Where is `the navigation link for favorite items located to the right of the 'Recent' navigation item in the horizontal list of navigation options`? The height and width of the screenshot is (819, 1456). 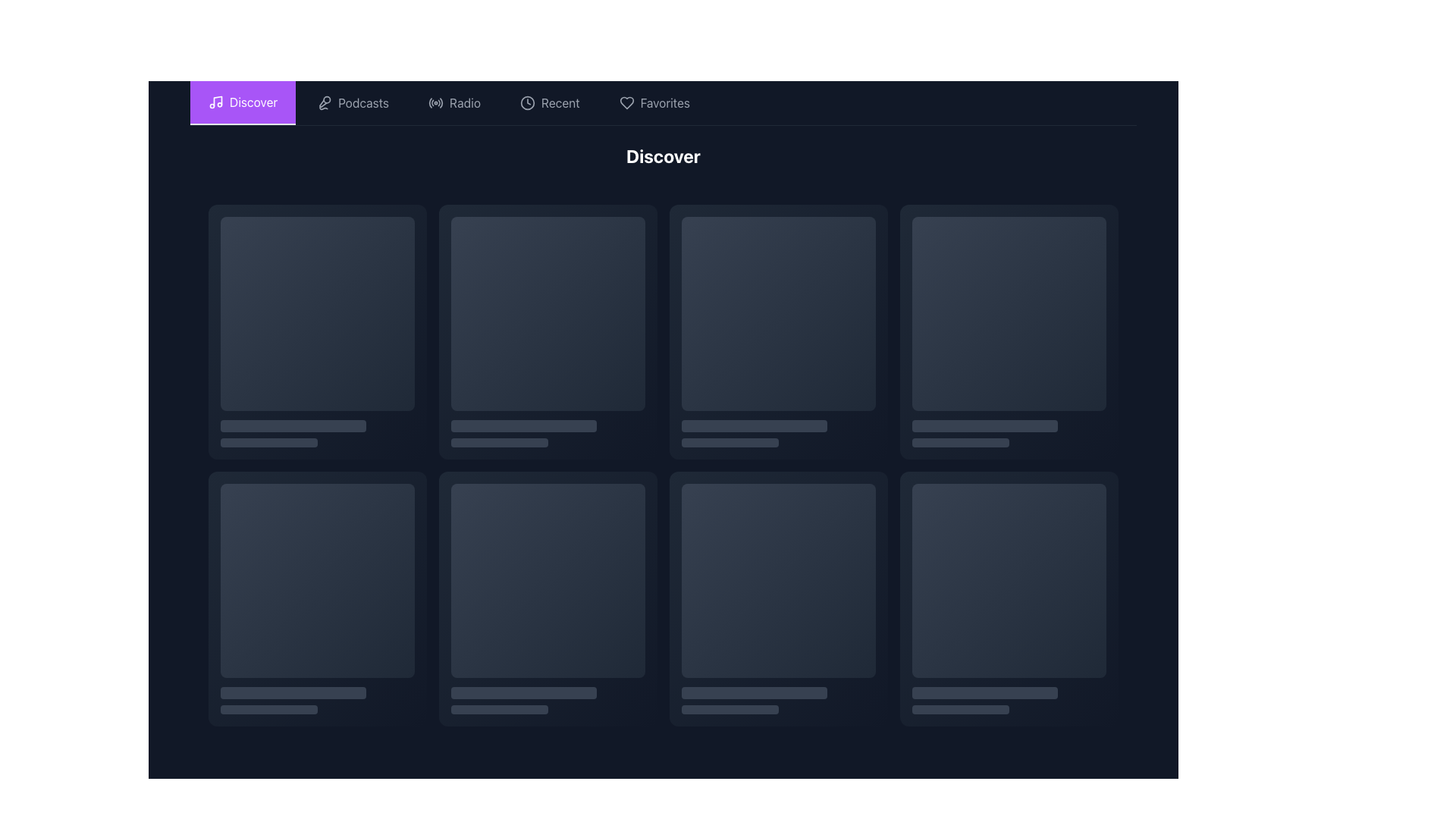 the navigation link for favorite items located to the right of the 'Recent' navigation item in the horizontal list of navigation options is located at coordinates (665, 102).